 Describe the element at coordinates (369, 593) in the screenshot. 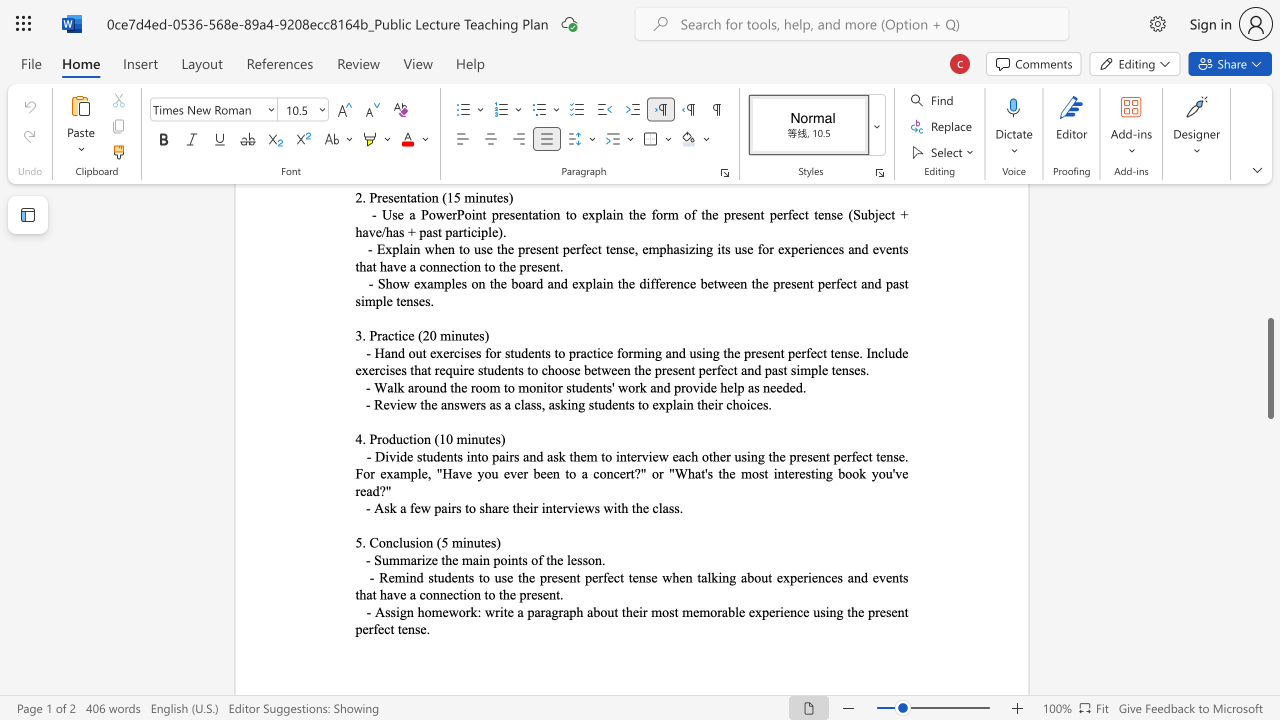

I see `the 4th character "a" in the text` at that location.